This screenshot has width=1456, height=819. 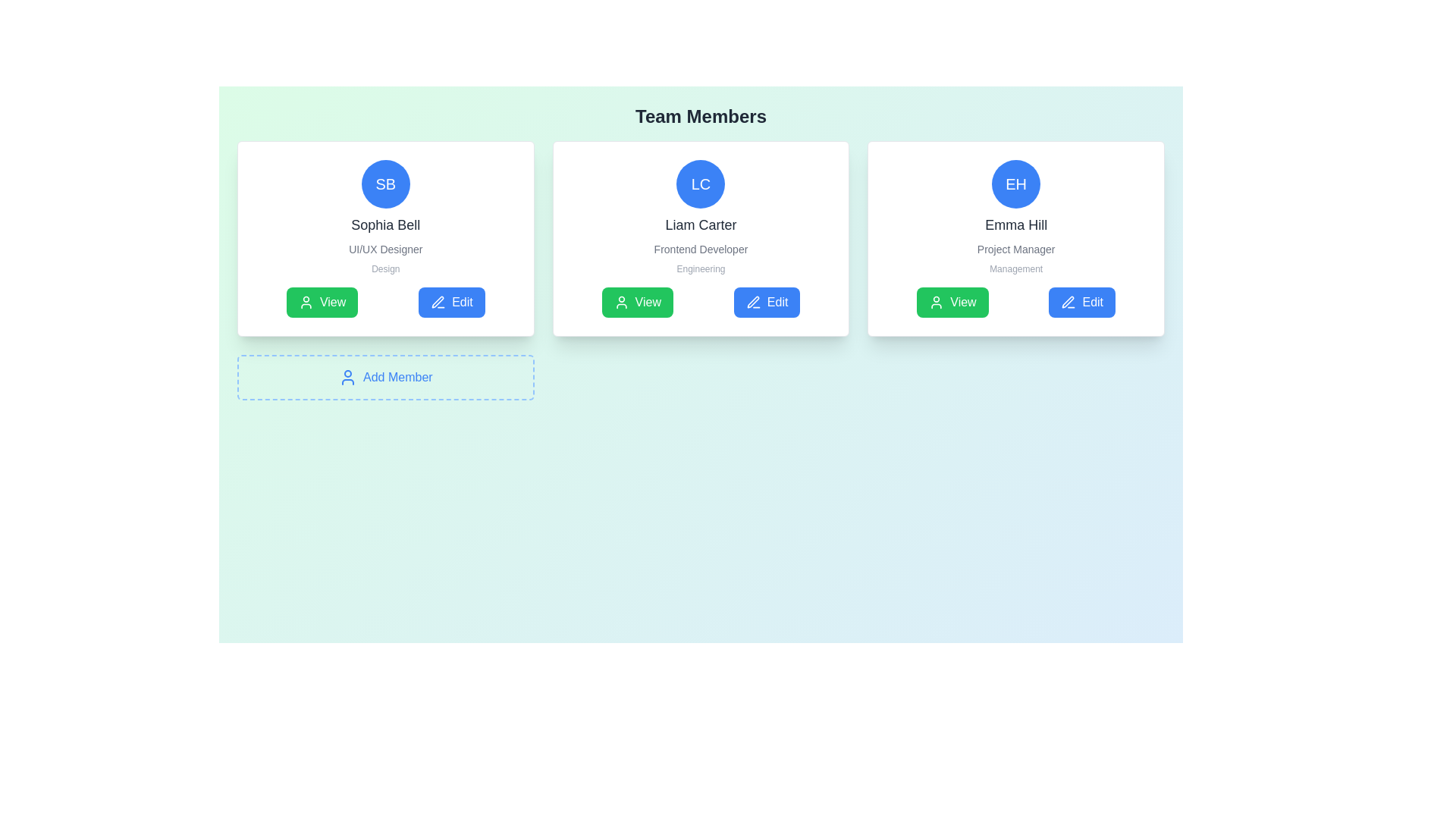 What do you see at coordinates (347, 376) in the screenshot?
I see `the blue user profile silhouette icon located to the left of the 'Add Member' text, which is part of a clickable component within a dashed rectangle` at bounding box center [347, 376].